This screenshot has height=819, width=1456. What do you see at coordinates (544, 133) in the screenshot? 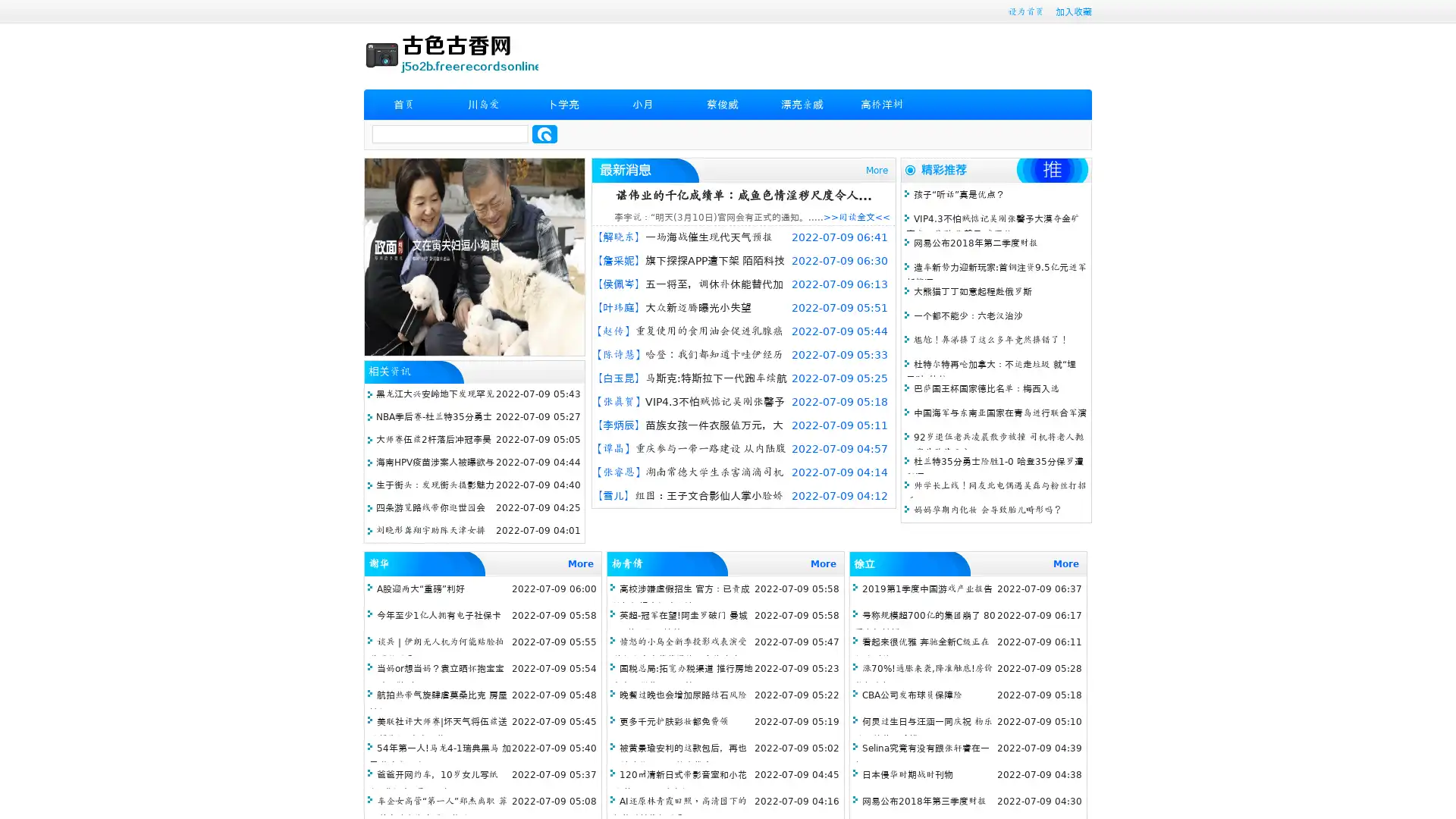
I see `Search` at bounding box center [544, 133].